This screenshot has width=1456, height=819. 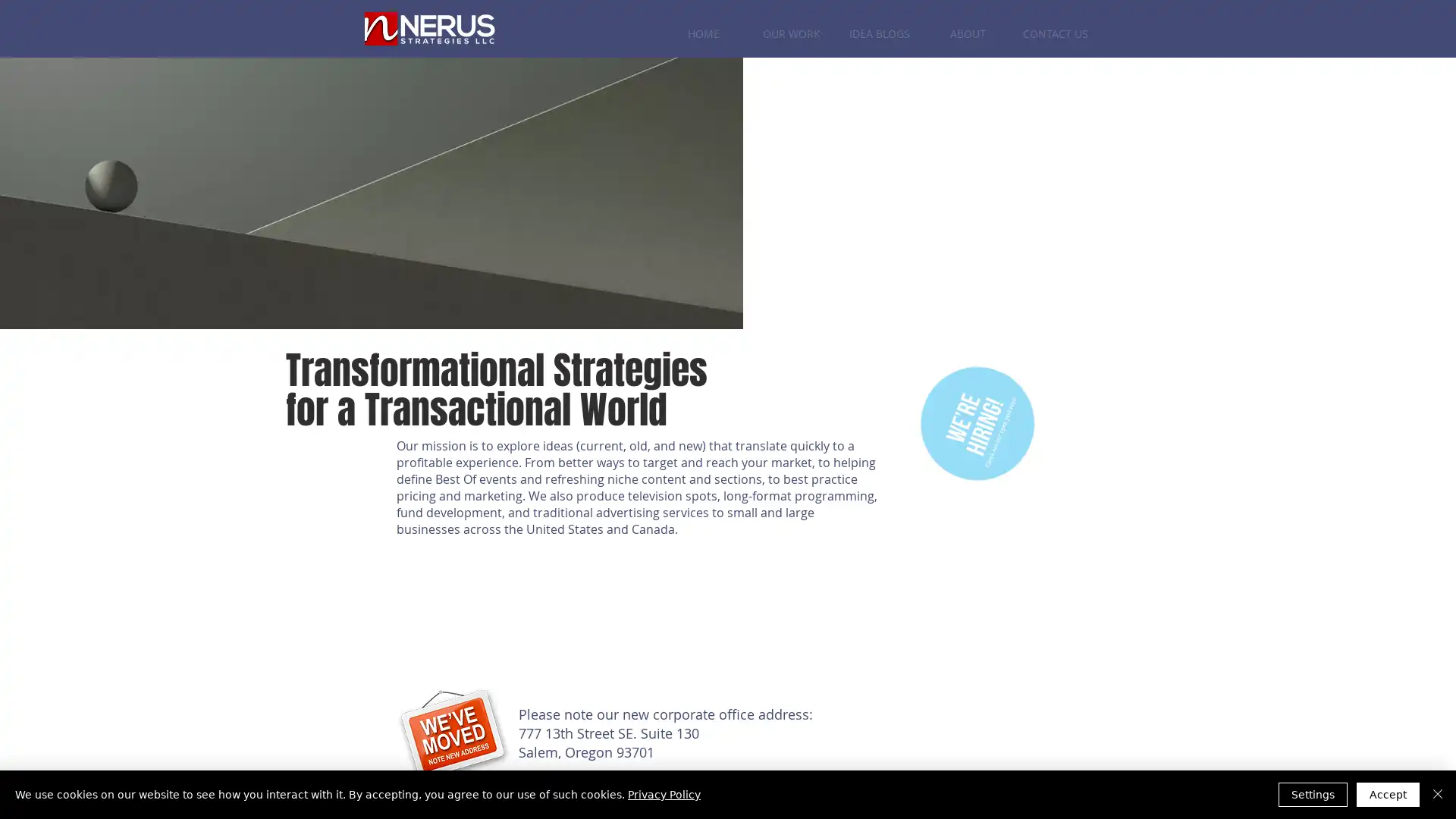 I want to click on Accept, so click(x=1388, y=794).